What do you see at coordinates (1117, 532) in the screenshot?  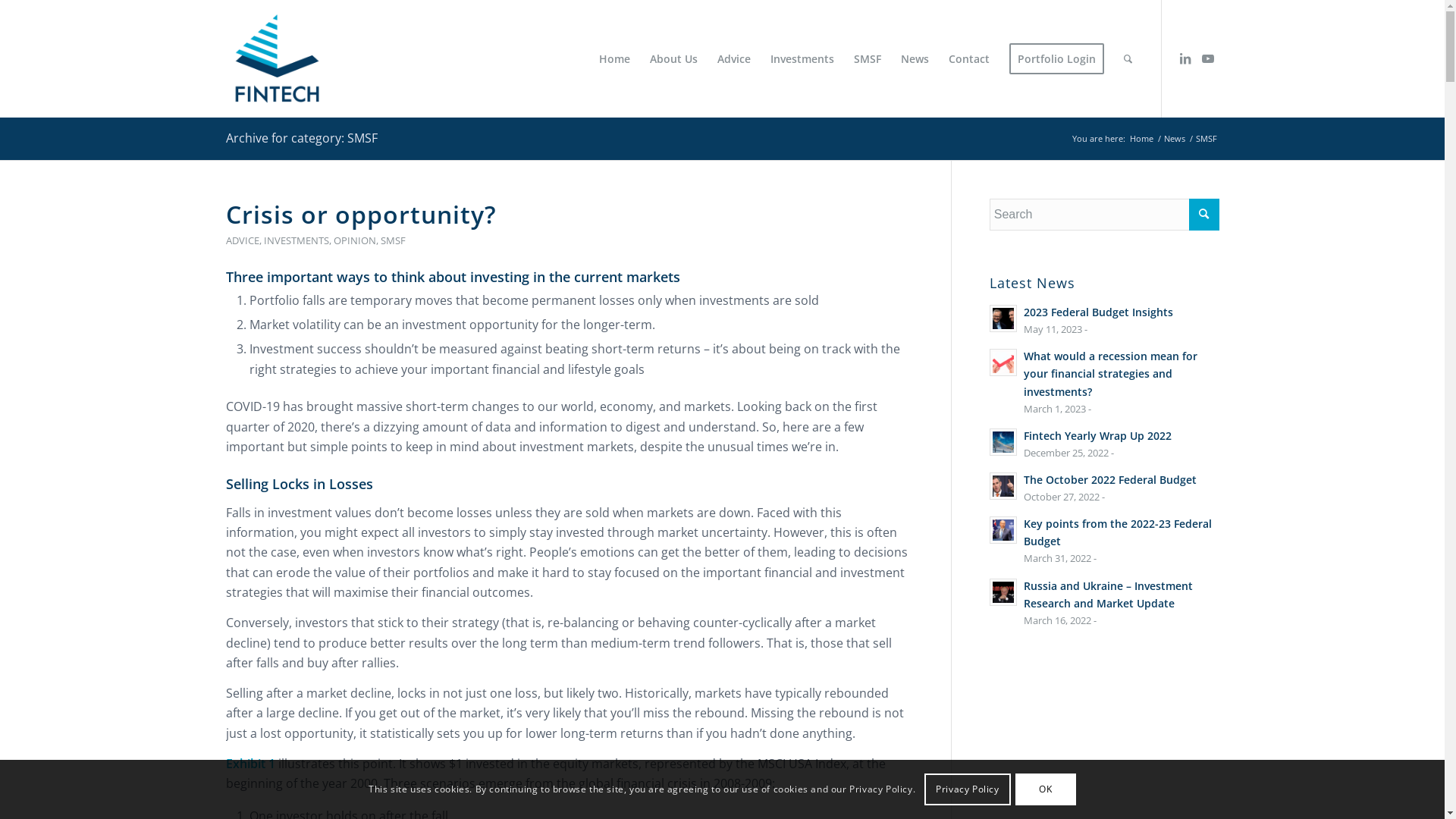 I see `'Key points from the 2022-23 Federal Budget'` at bounding box center [1117, 532].